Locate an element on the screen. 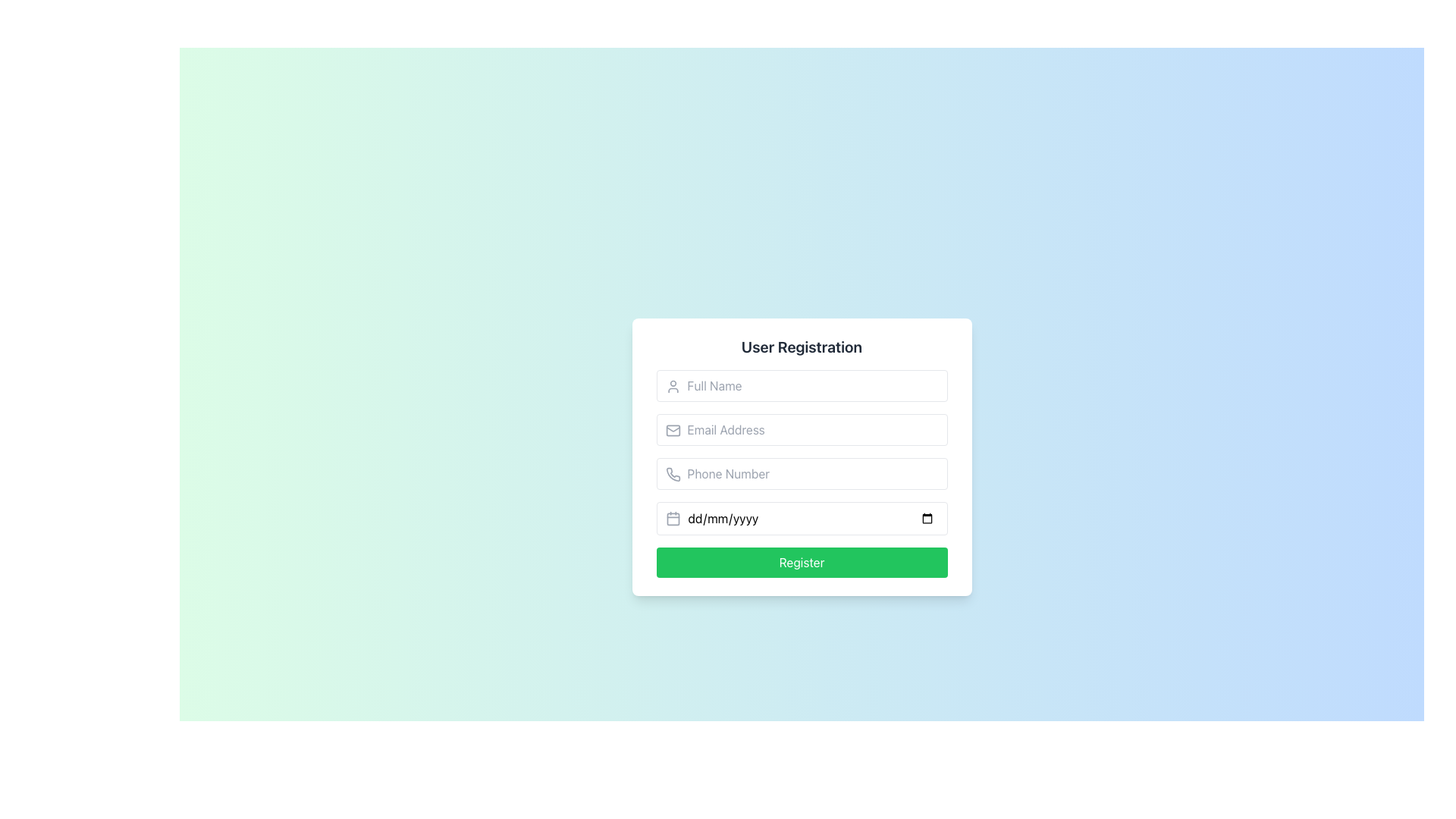 Image resolution: width=1456 pixels, height=819 pixels. the Date Input Field, which is the fourth input field in the user registration form, to trigger focus effects is located at coordinates (801, 517).